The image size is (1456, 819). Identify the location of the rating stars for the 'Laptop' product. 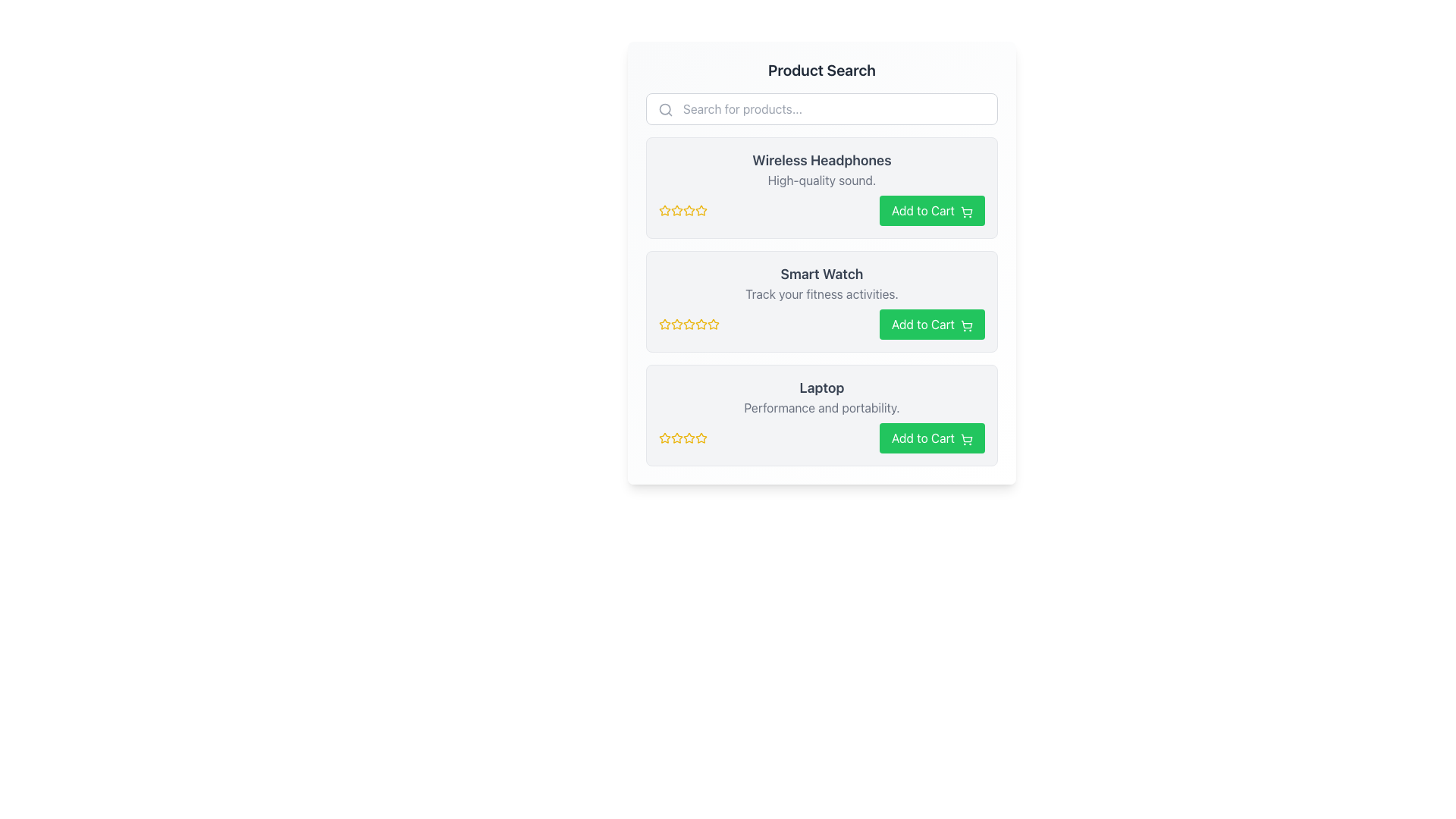
(682, 438).